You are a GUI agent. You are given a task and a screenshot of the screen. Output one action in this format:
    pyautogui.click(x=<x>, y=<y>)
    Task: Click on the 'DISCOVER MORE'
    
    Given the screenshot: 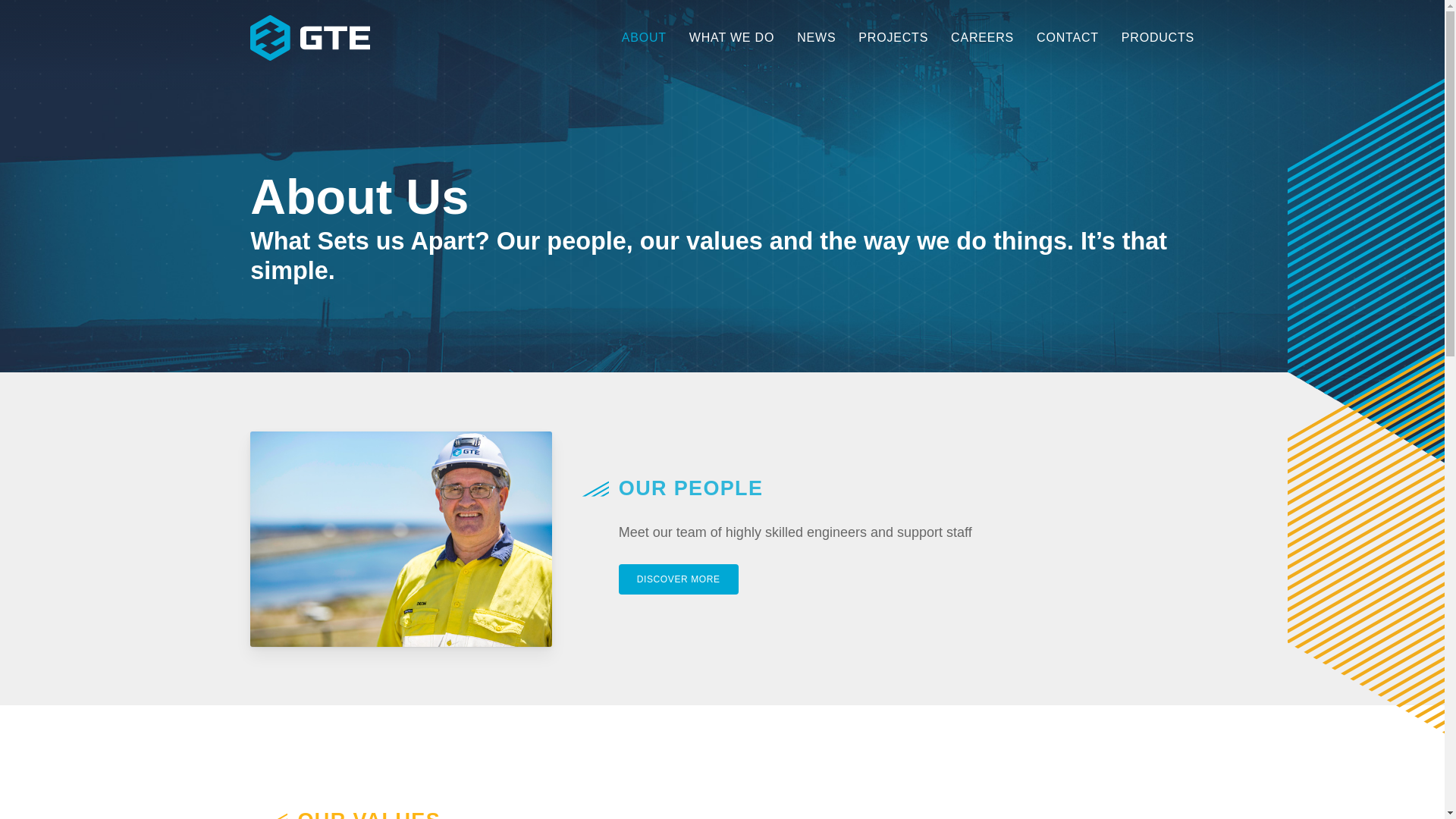 What is the action you would take?
    pyautogui.click(x=677, y=579)
    